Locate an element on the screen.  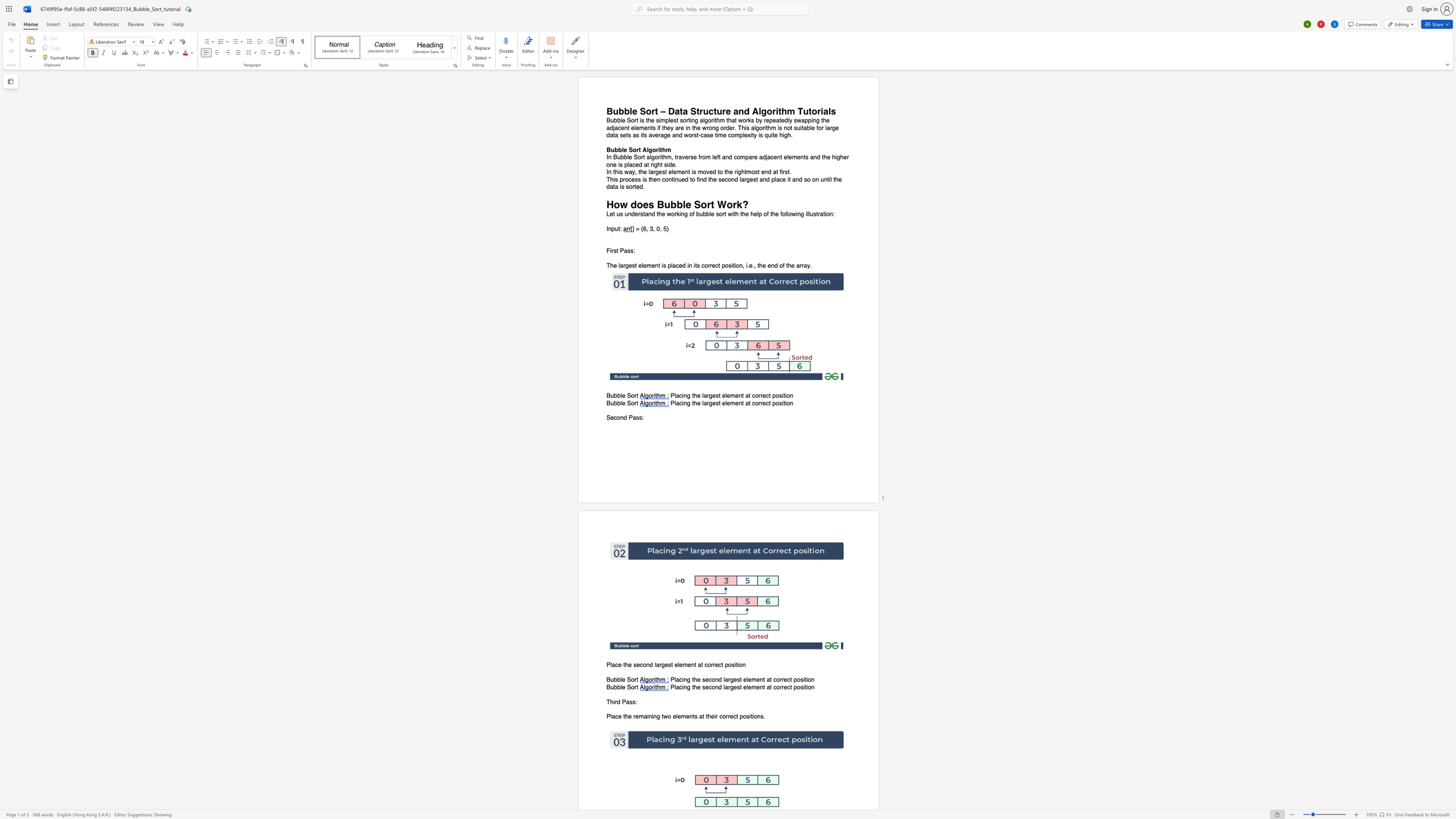
the space between the continuous character "h" and "m" in the text is located at coordinates (787, 111).